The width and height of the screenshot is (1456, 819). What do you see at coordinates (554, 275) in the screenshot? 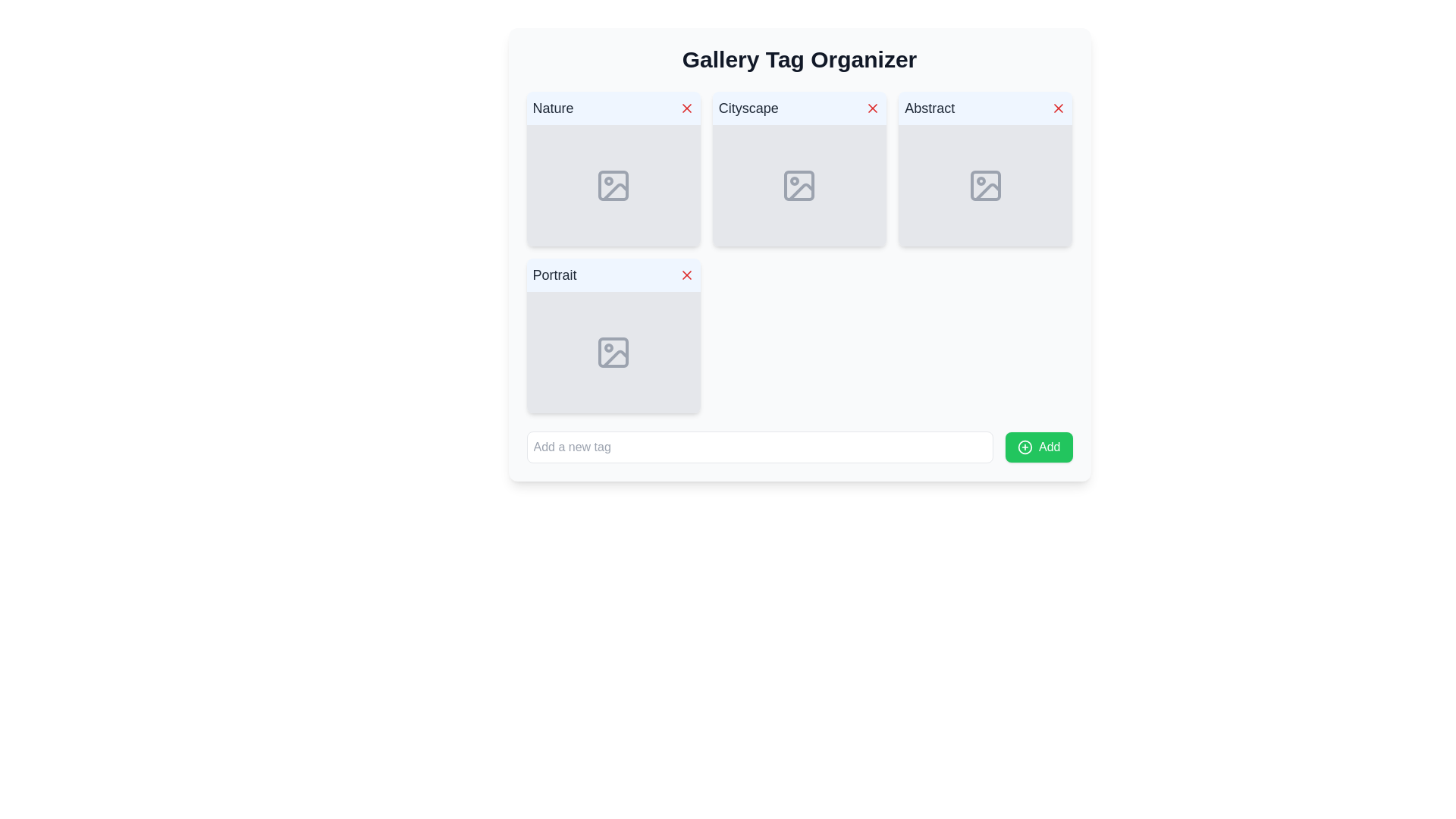
I see `the 'Portrait' text label, which is a bold gray text aligned to the left within a light blue header section` at bounding box center [554, 275].